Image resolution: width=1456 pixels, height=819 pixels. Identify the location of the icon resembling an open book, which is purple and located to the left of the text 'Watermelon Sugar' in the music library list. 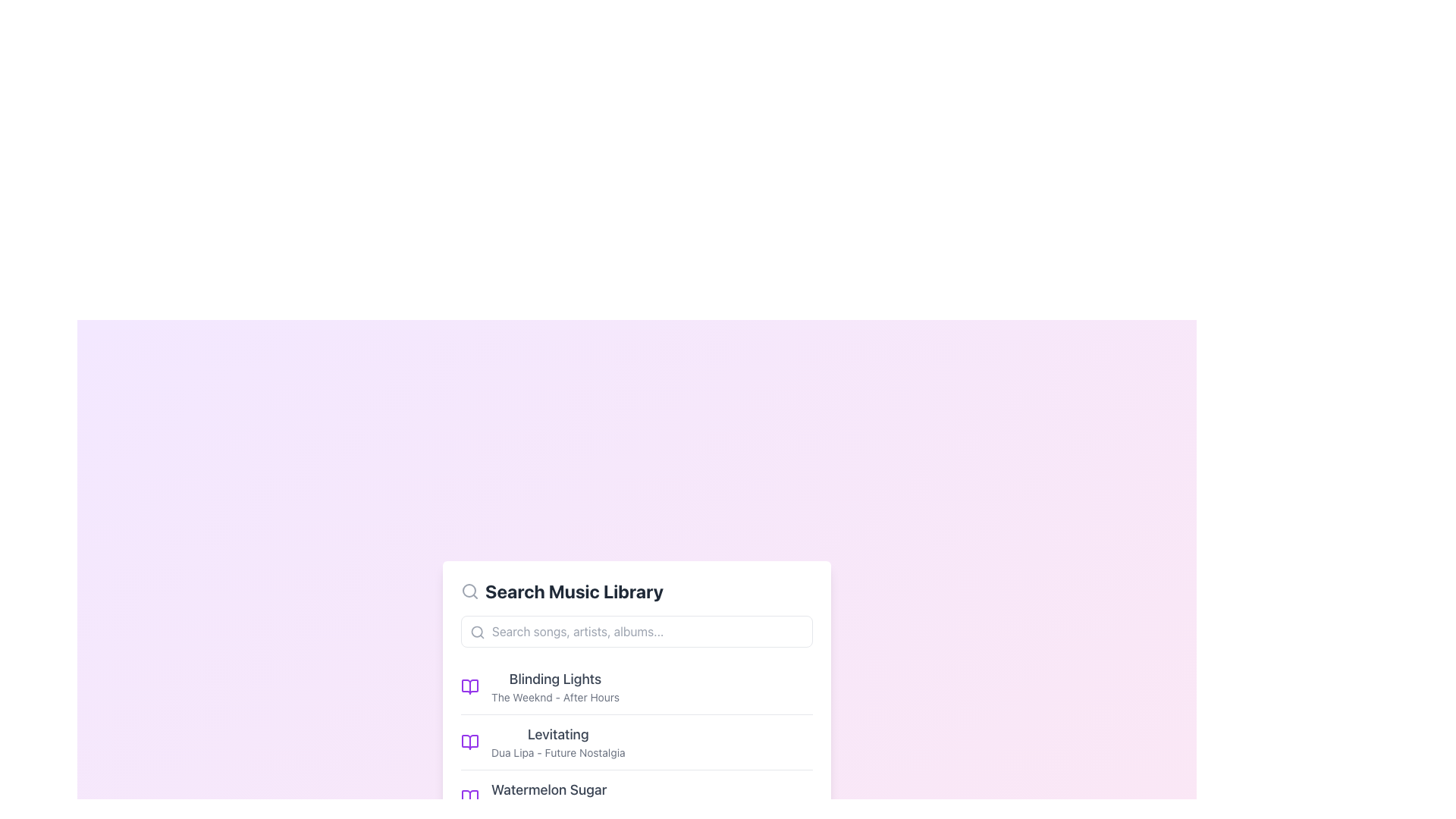
(469, 795).